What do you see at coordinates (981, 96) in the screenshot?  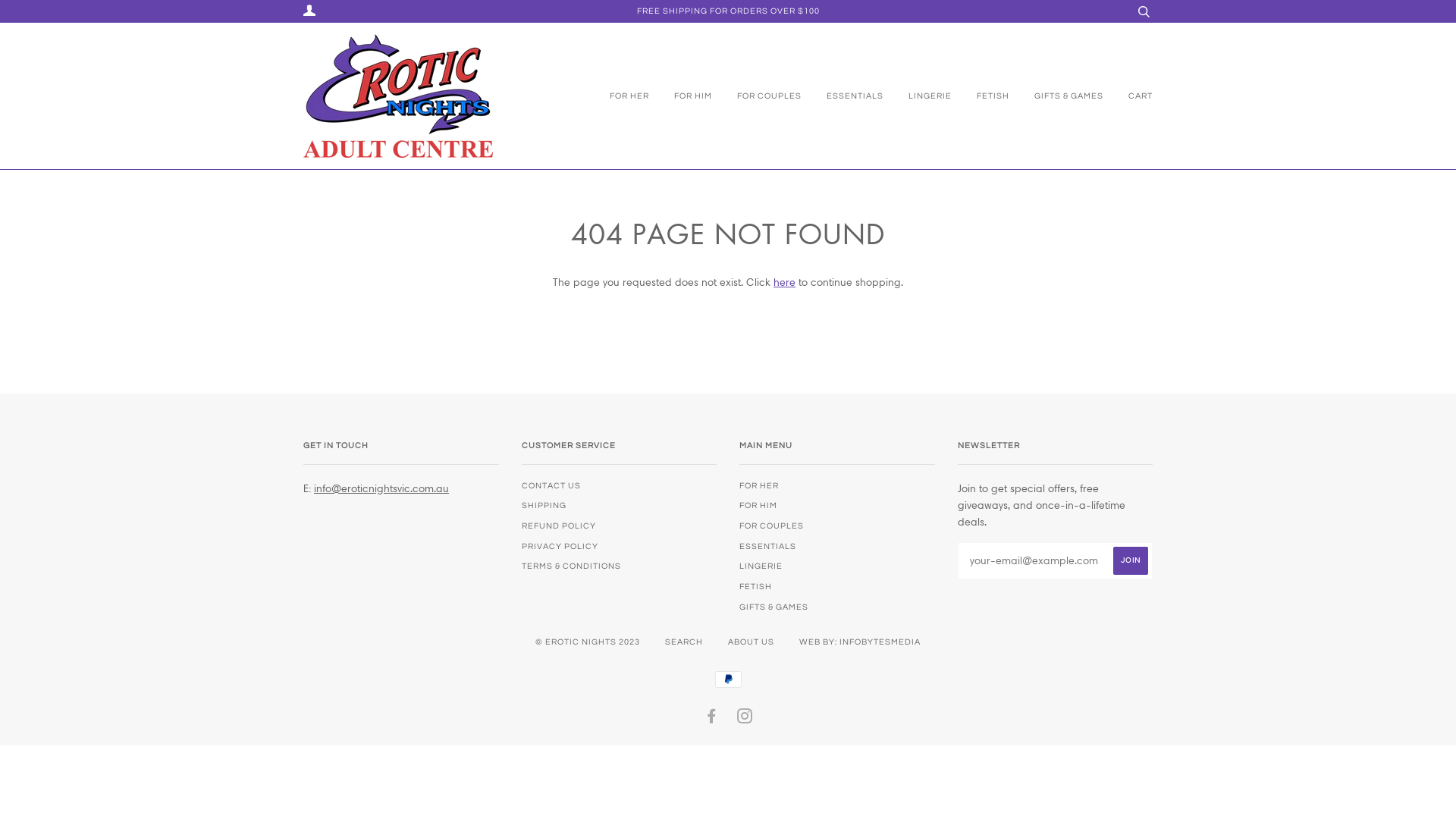 I see `'FETISH'` at bounding box center [981, 96].